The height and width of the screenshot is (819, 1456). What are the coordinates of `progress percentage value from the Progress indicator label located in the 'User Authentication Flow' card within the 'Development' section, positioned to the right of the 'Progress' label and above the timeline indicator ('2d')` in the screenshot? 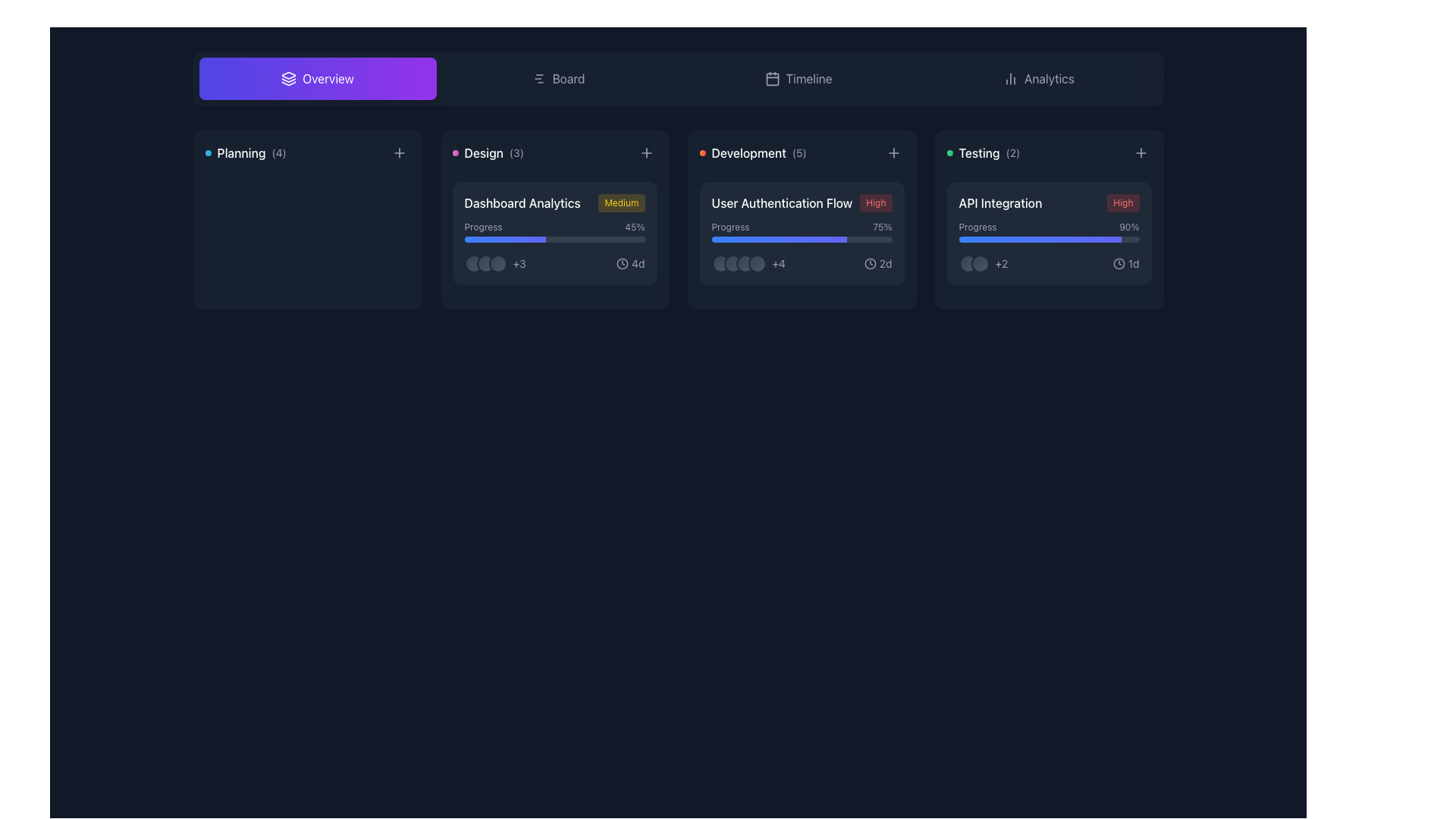 It's located at (882, 227).